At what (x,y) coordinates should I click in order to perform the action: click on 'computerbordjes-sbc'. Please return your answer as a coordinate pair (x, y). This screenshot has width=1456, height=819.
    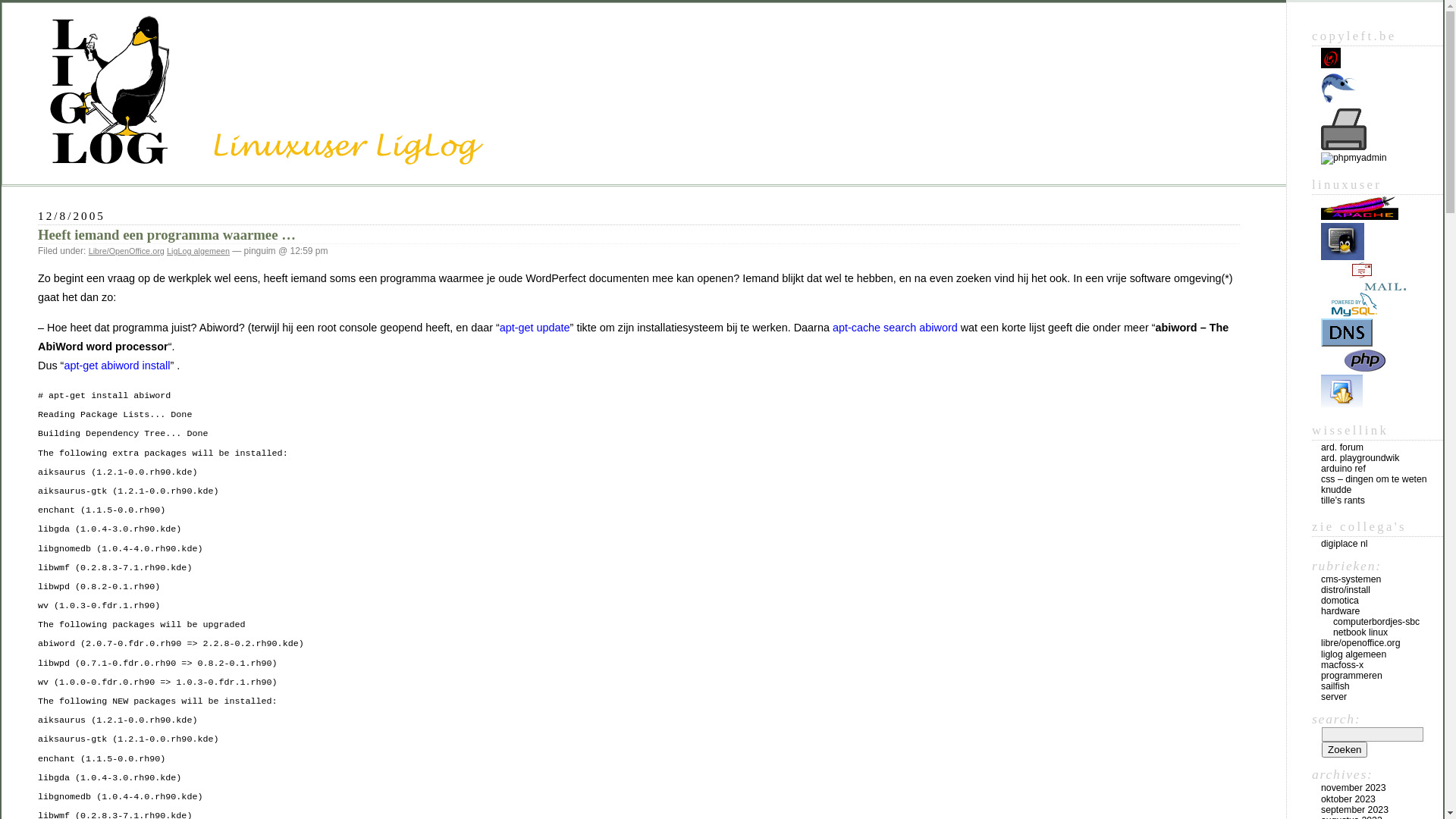
    Looking at the image, I should click on (1376, 622).